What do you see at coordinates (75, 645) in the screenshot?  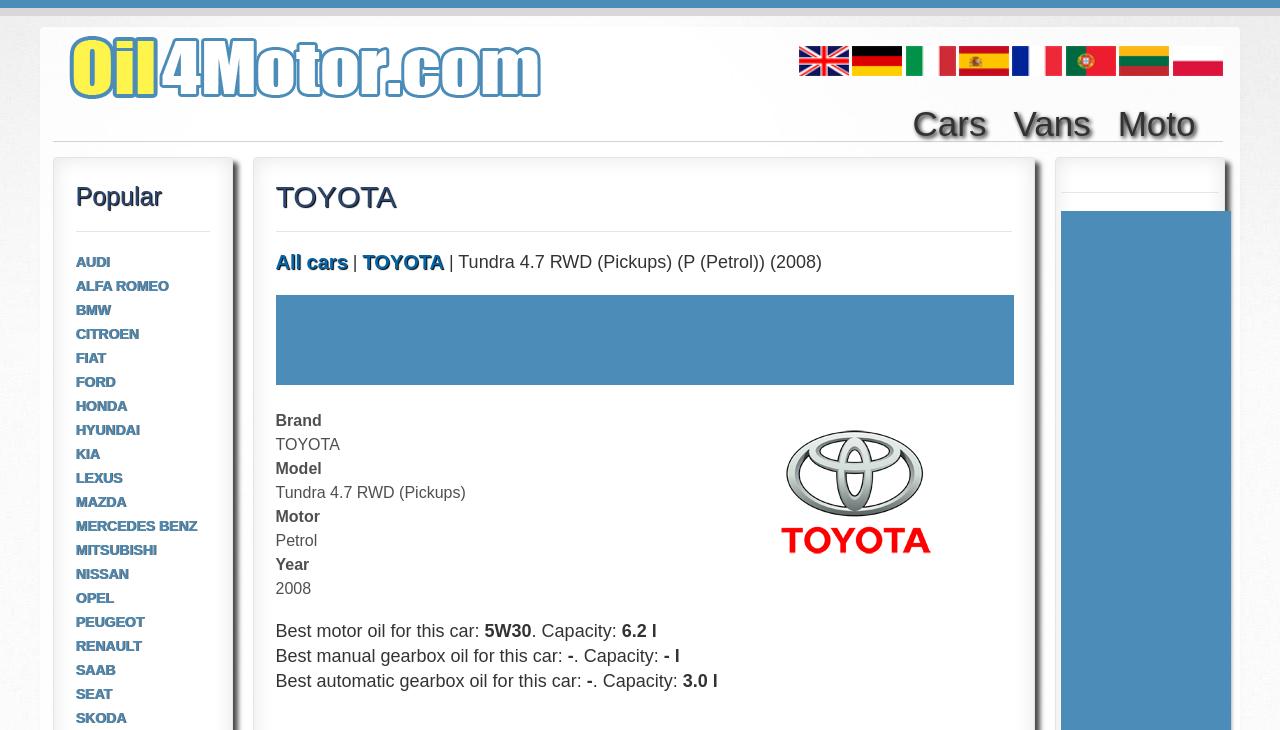 I see `'RENAULT'` at bounding box center [75, 645].